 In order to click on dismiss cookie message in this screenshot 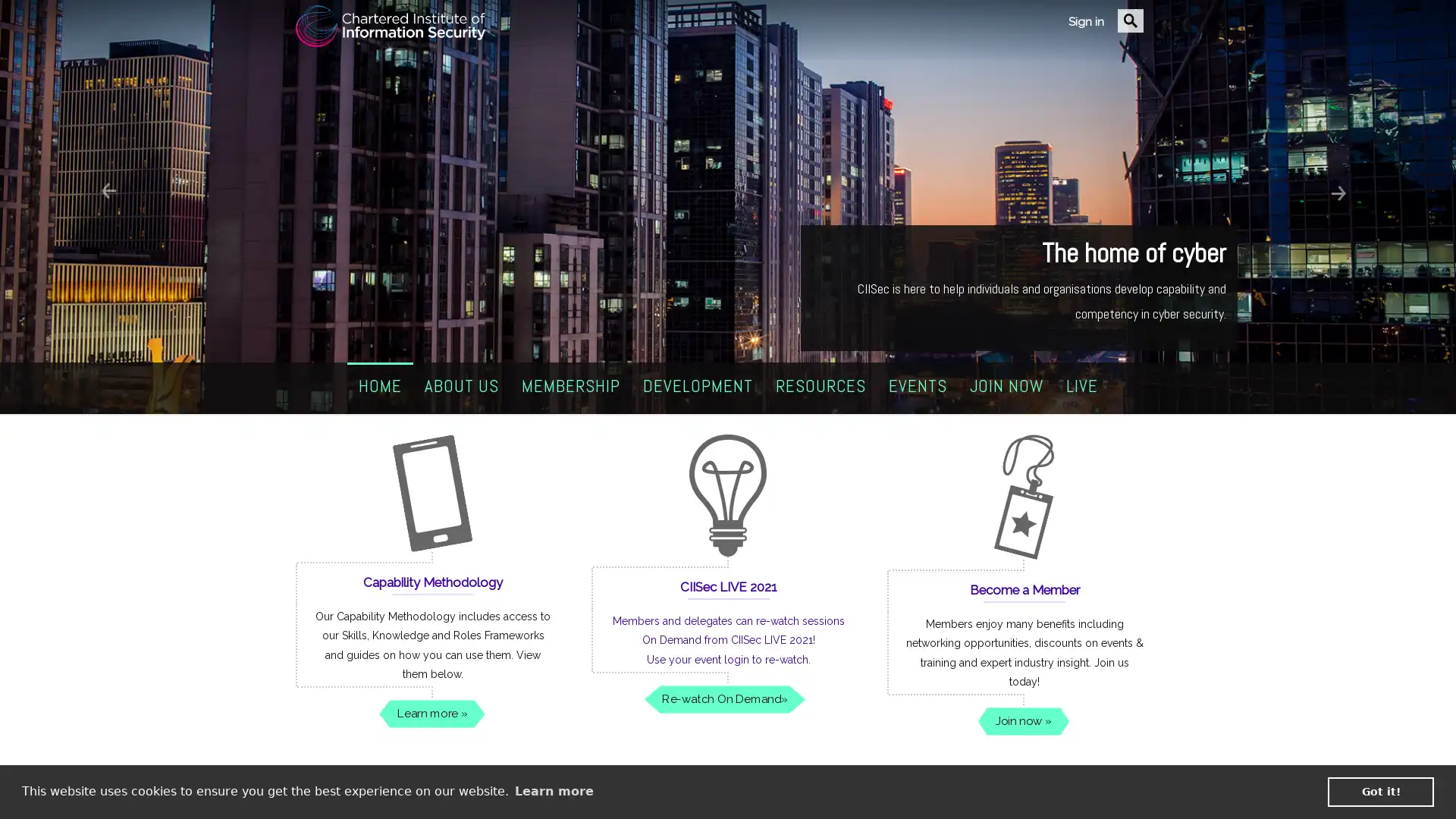, I will do `click(1380, 791)`.